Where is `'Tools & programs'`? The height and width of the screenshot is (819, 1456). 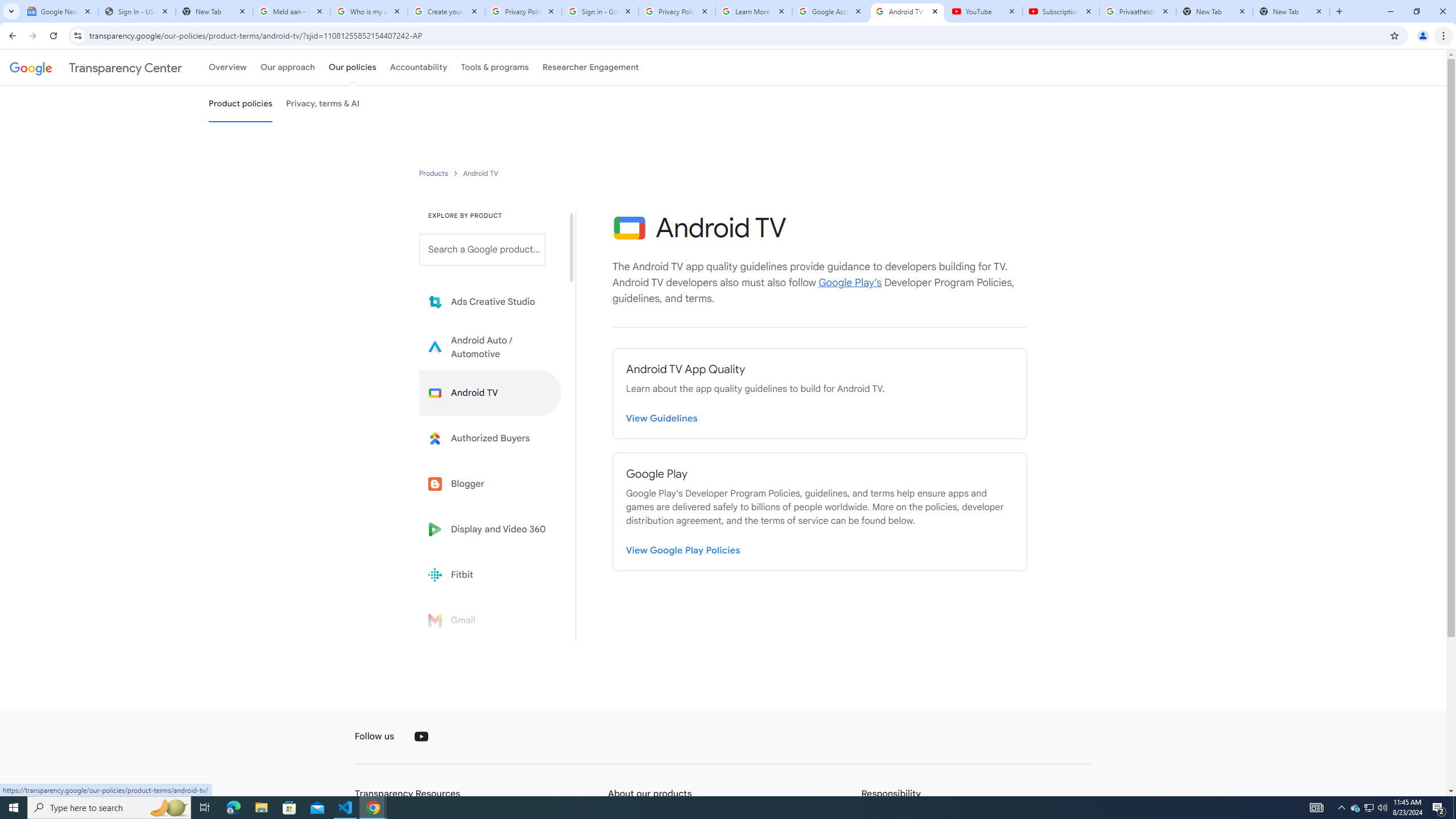 'Tools & programs' is located at coordinates (494, 67).